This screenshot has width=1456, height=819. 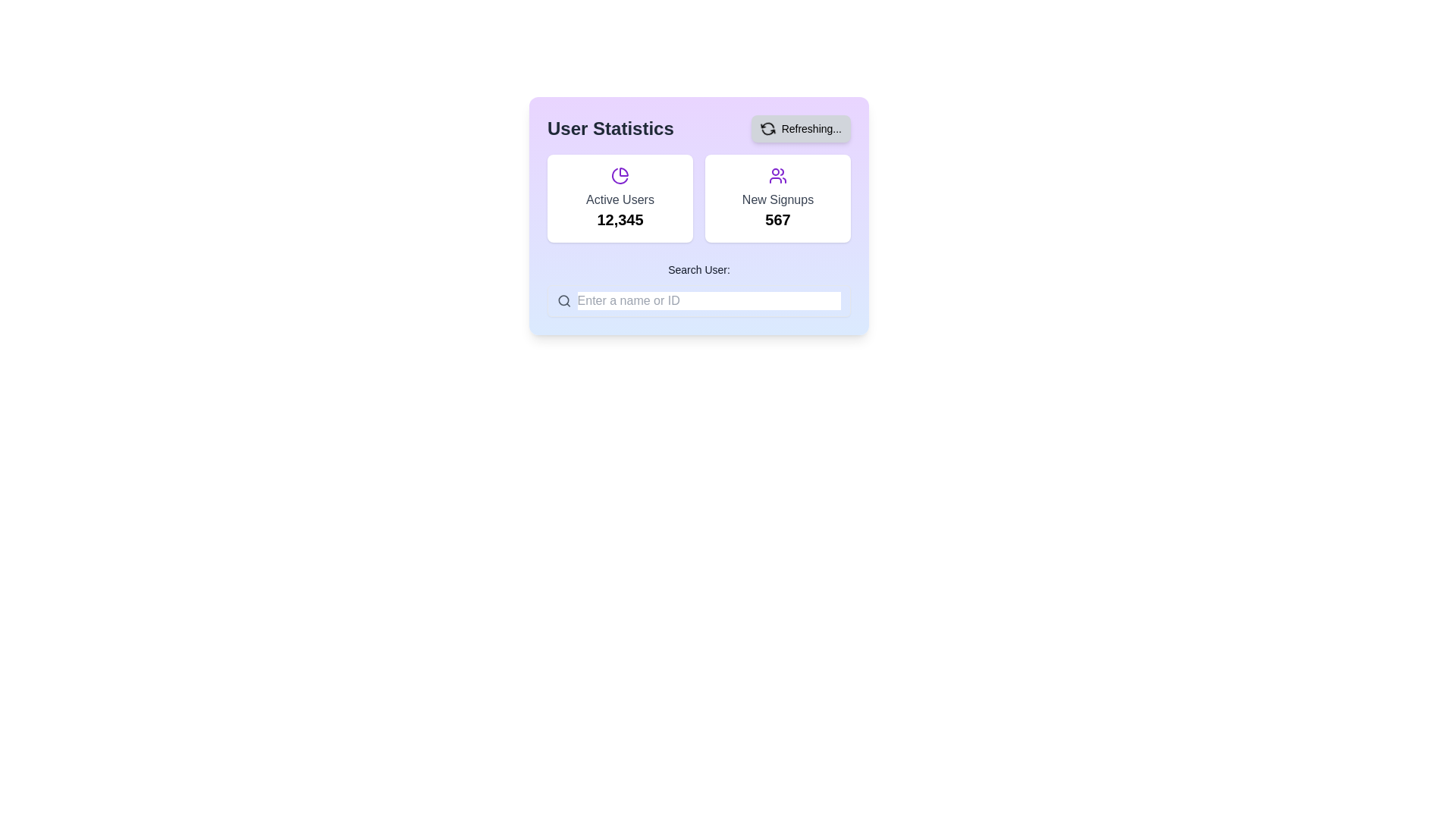 I want to click on the search input field located at the bottom of the statistics card to focus on it, so click(x=698, y=289).